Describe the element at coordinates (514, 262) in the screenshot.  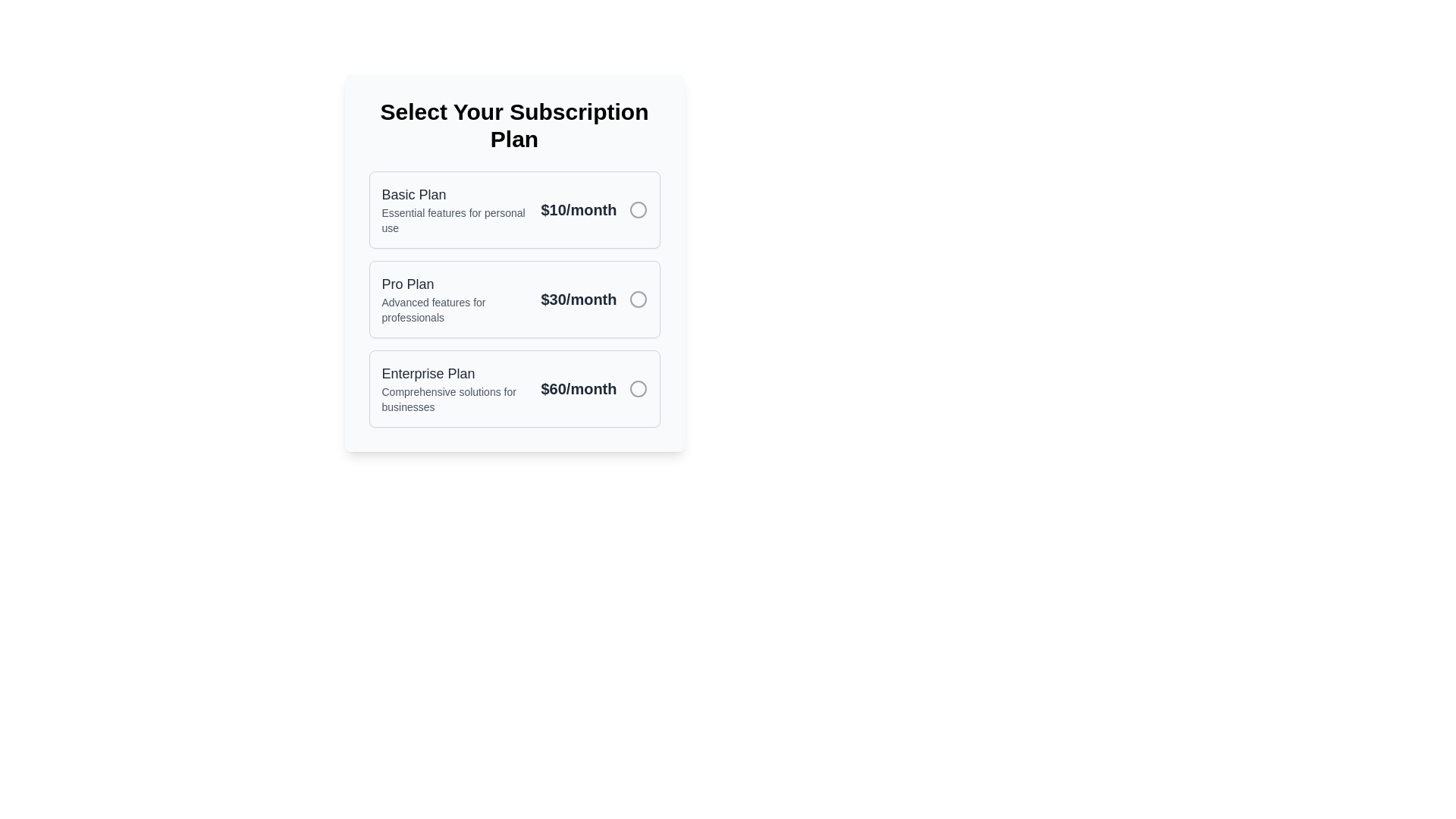
I see `the 'Pro Plan' subscription selectable box` at that location.